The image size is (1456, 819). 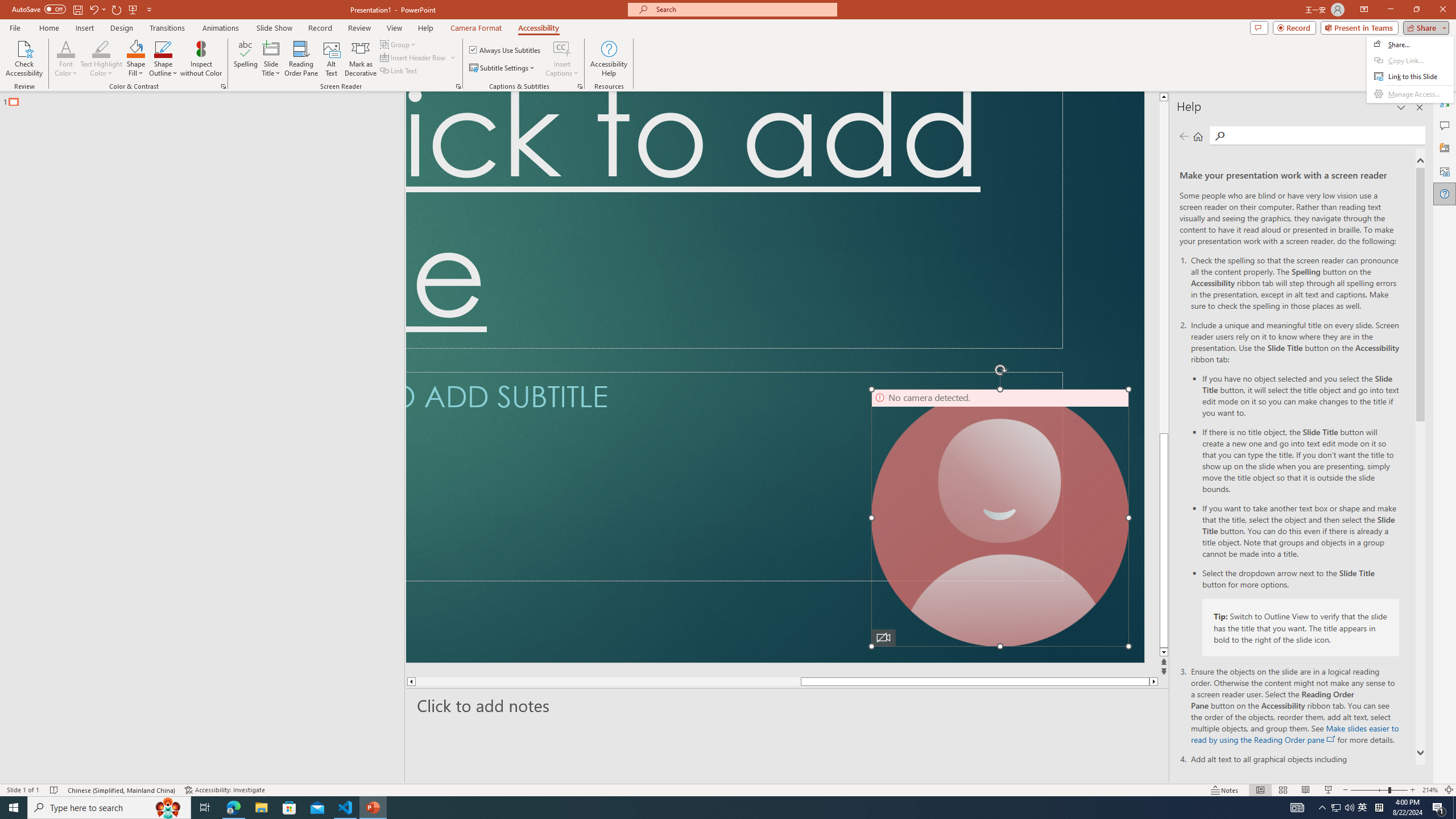 What do you see at coordinates (301, 59) in the screenshot?
I see `'Reading Order Pane'` at bounding box center [301, 59].